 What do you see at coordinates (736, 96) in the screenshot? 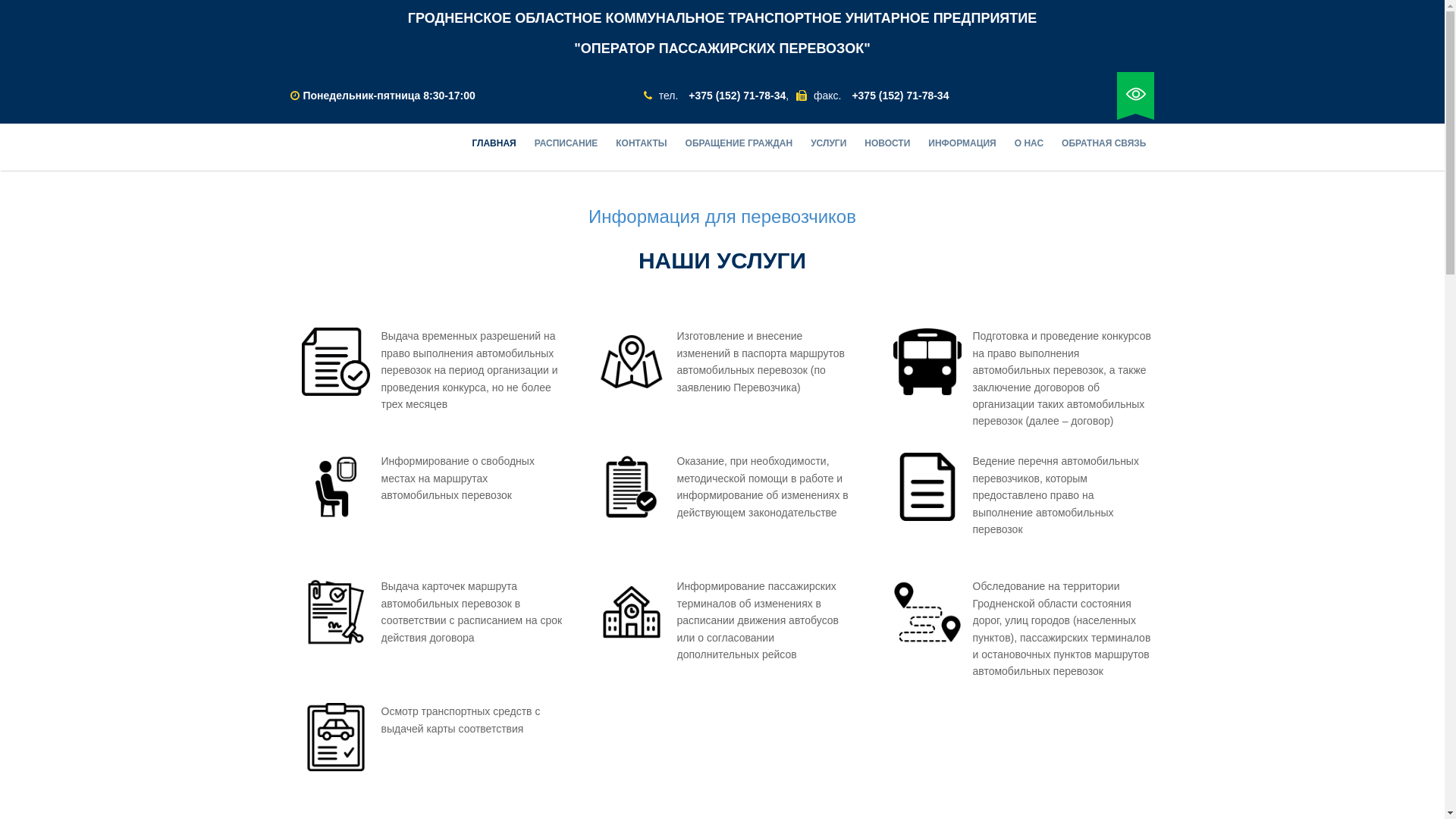
I see `'+375 (152) 71-78-34'` at bounding box center [736, 96].